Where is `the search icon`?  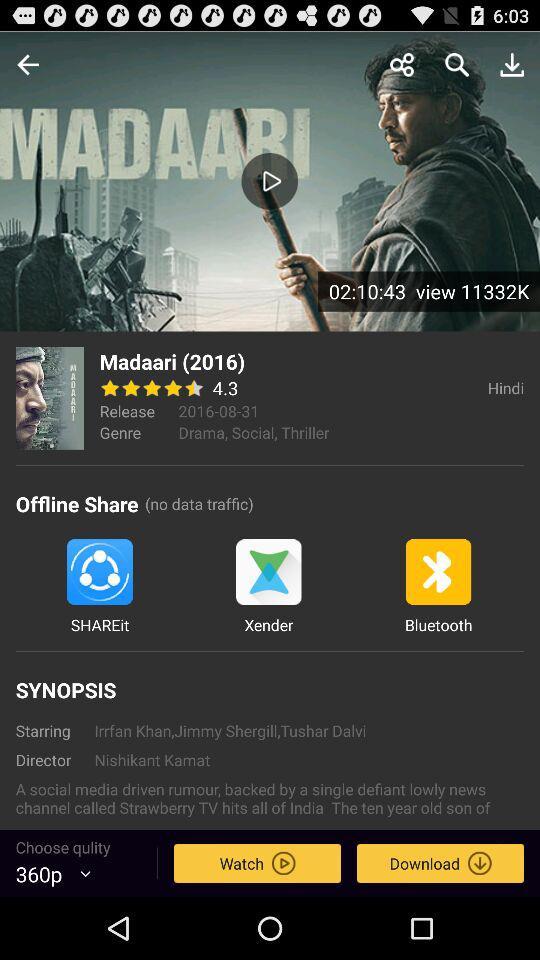 the search icon is located at coordinates (457, 69).